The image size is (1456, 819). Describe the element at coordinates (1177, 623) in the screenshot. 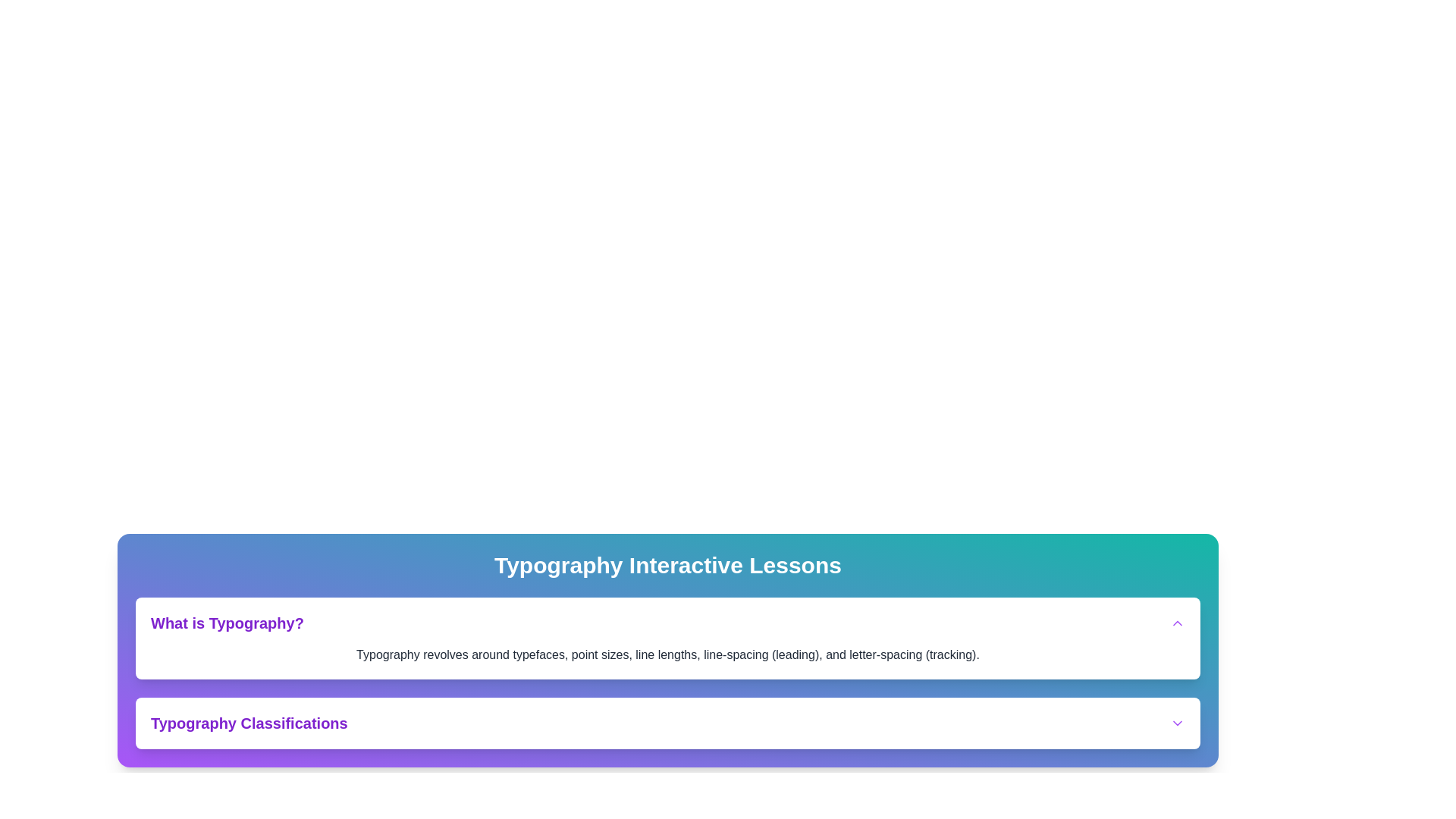

I see `the Interactive Icon located at the right edge of the 'What is Typography?' section to change its color` at that location.